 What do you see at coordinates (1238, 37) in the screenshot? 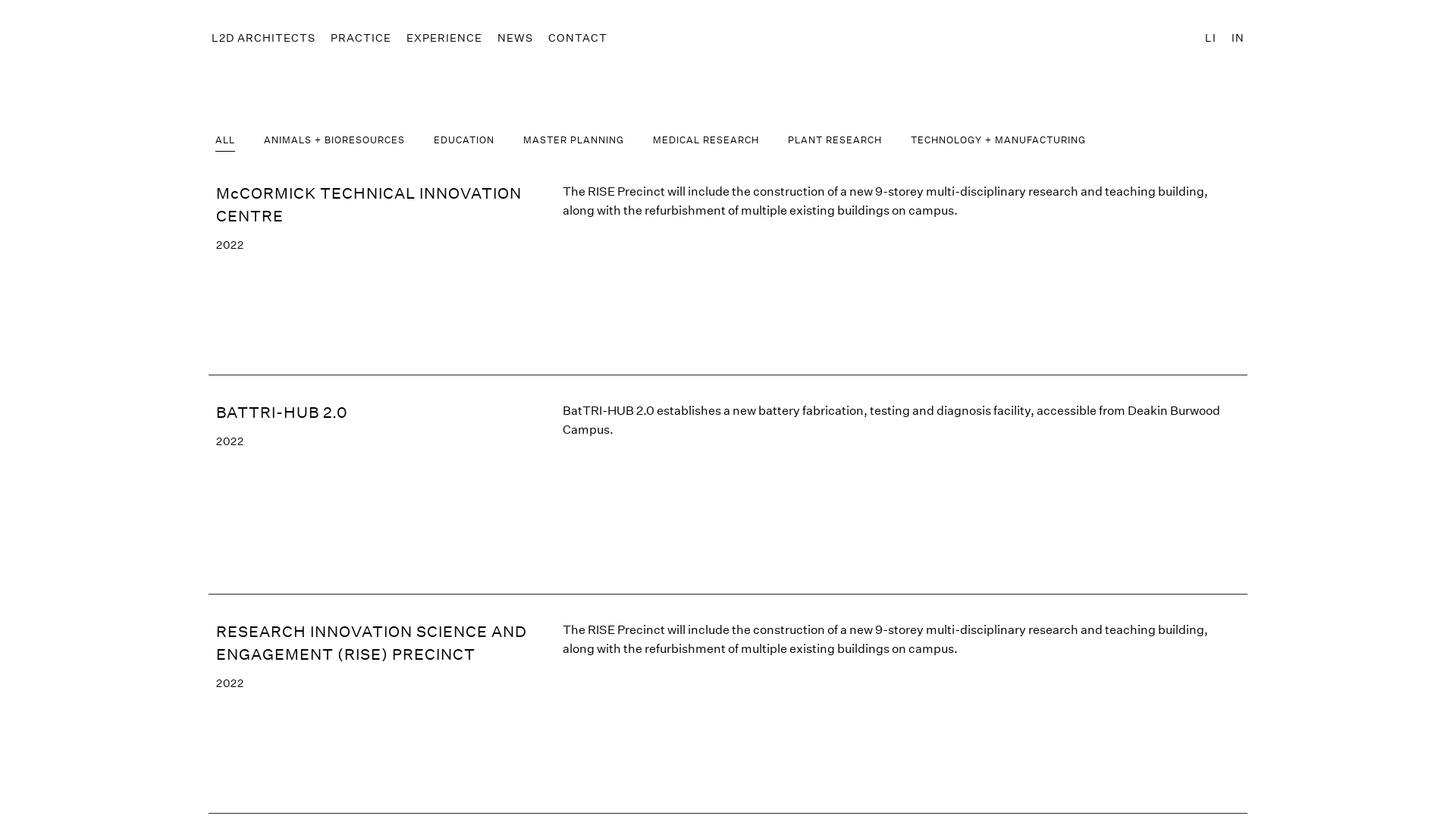
I see `'IN'` at bounding box center [1238, 37].